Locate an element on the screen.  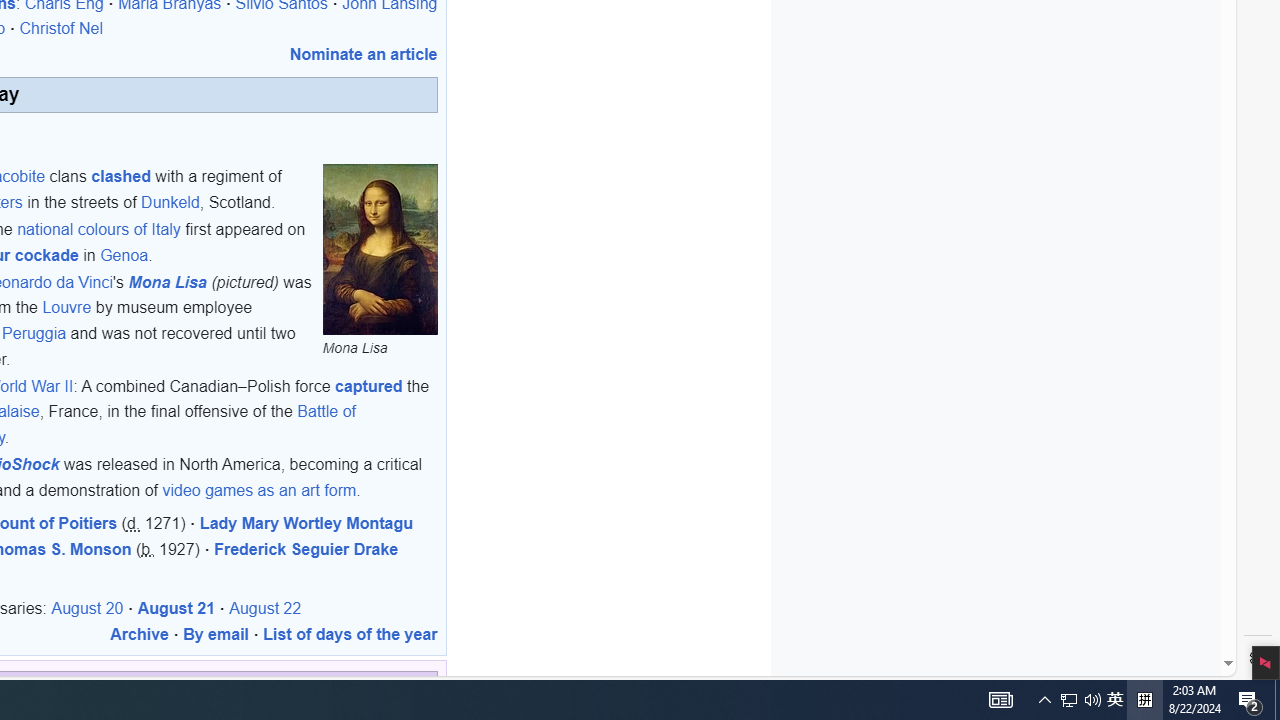
'video games as an art form' is located at coordinates (258, 489).